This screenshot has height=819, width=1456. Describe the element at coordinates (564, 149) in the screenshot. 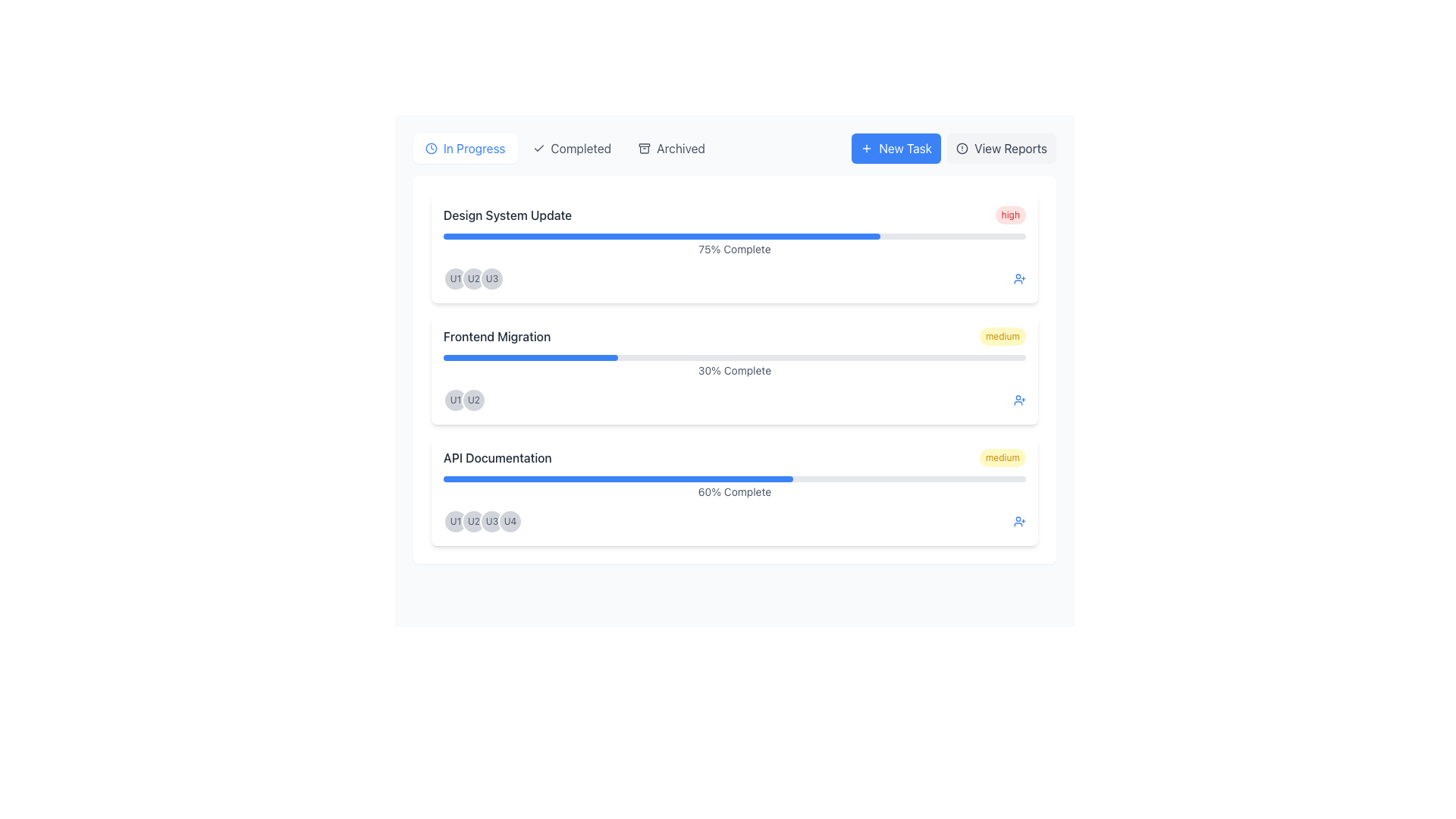

I see `the 'Completed' button, which is the second of three horizontally aligned status buttons labeled 'In Progress', 'Completed', and 'Archived'` at that location.